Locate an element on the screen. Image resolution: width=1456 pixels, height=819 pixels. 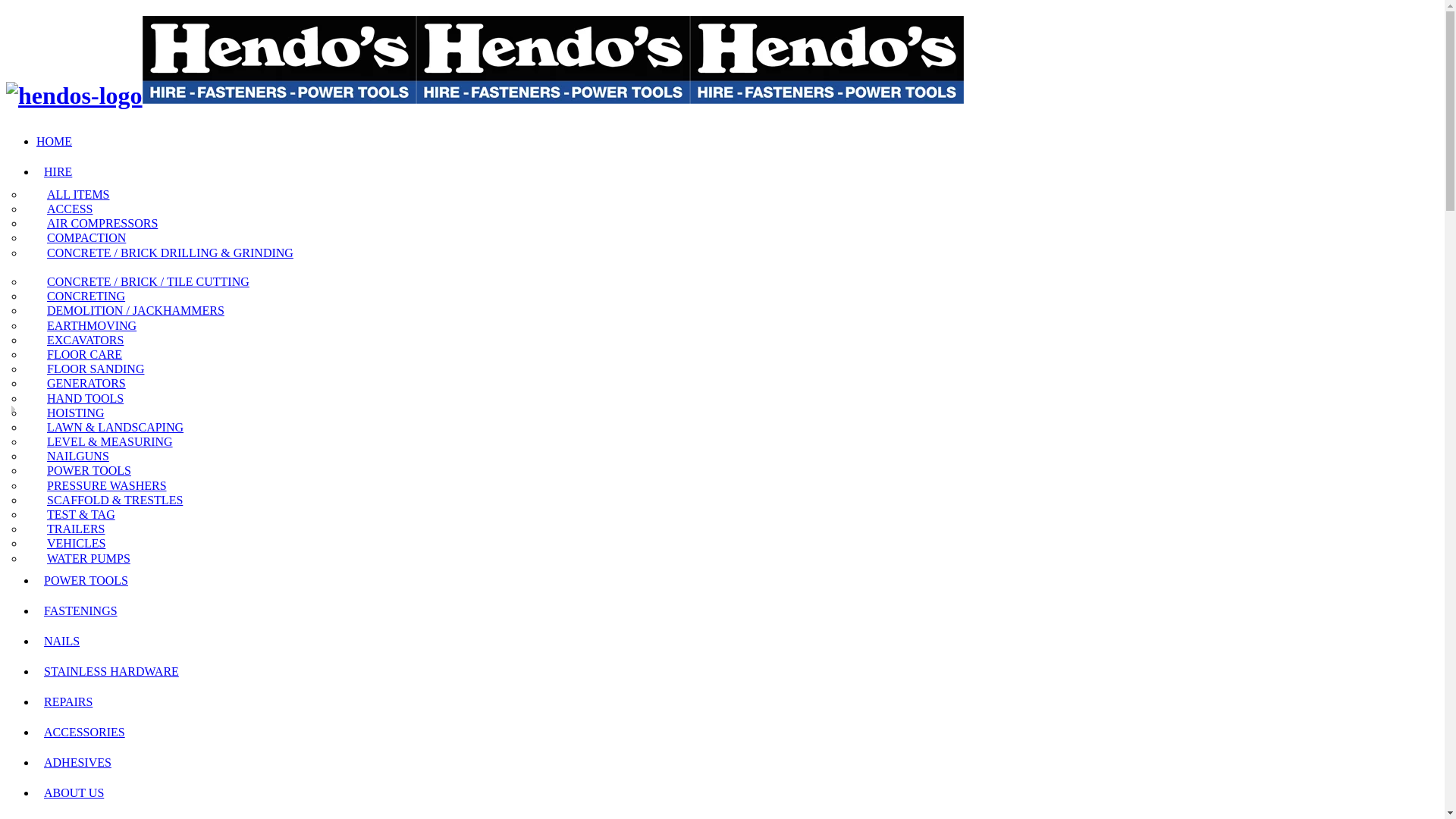
'HOME' is located at coordinates (58, 141).